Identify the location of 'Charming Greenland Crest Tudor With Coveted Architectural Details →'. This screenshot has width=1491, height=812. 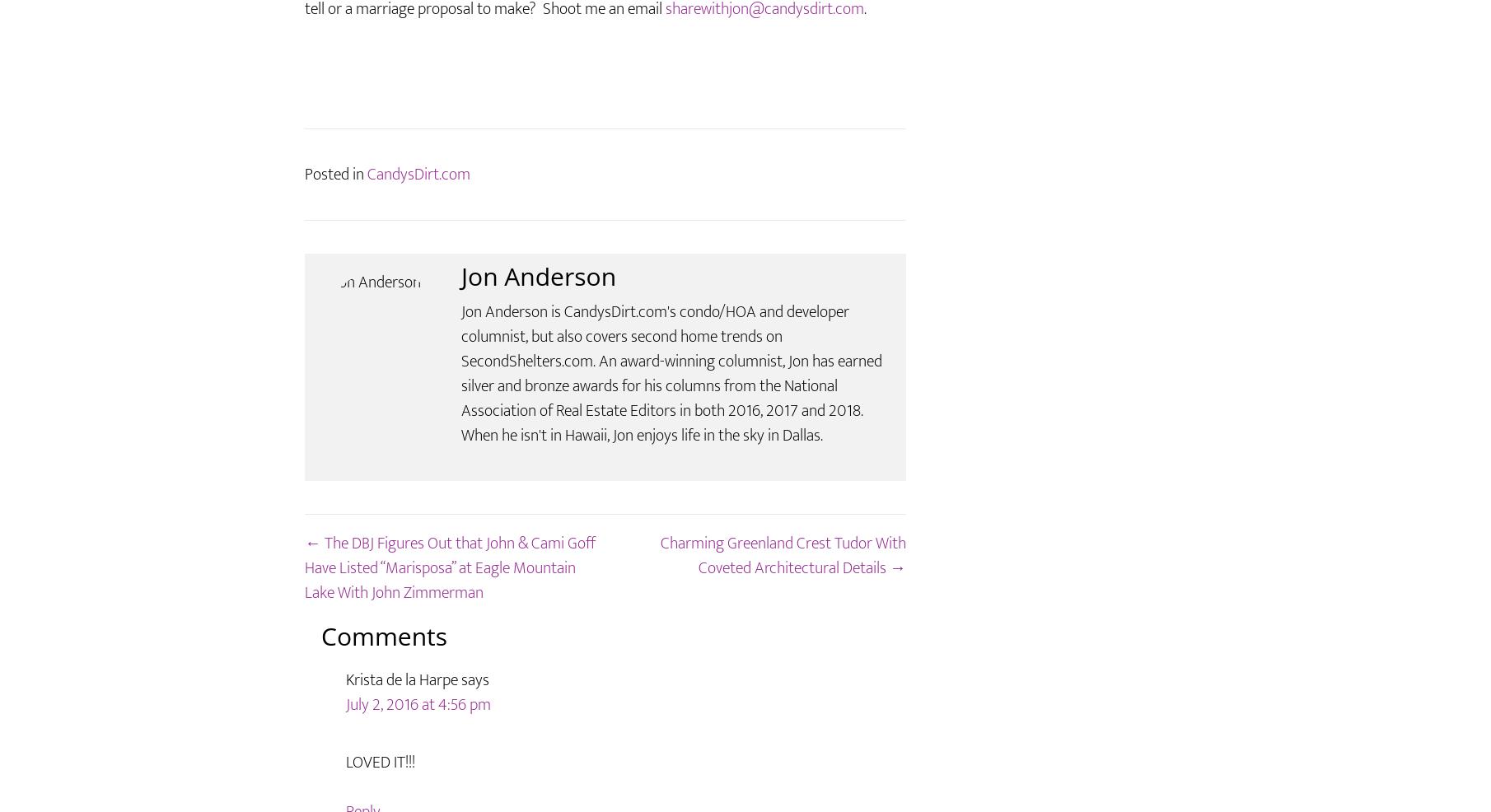
(783, 602).